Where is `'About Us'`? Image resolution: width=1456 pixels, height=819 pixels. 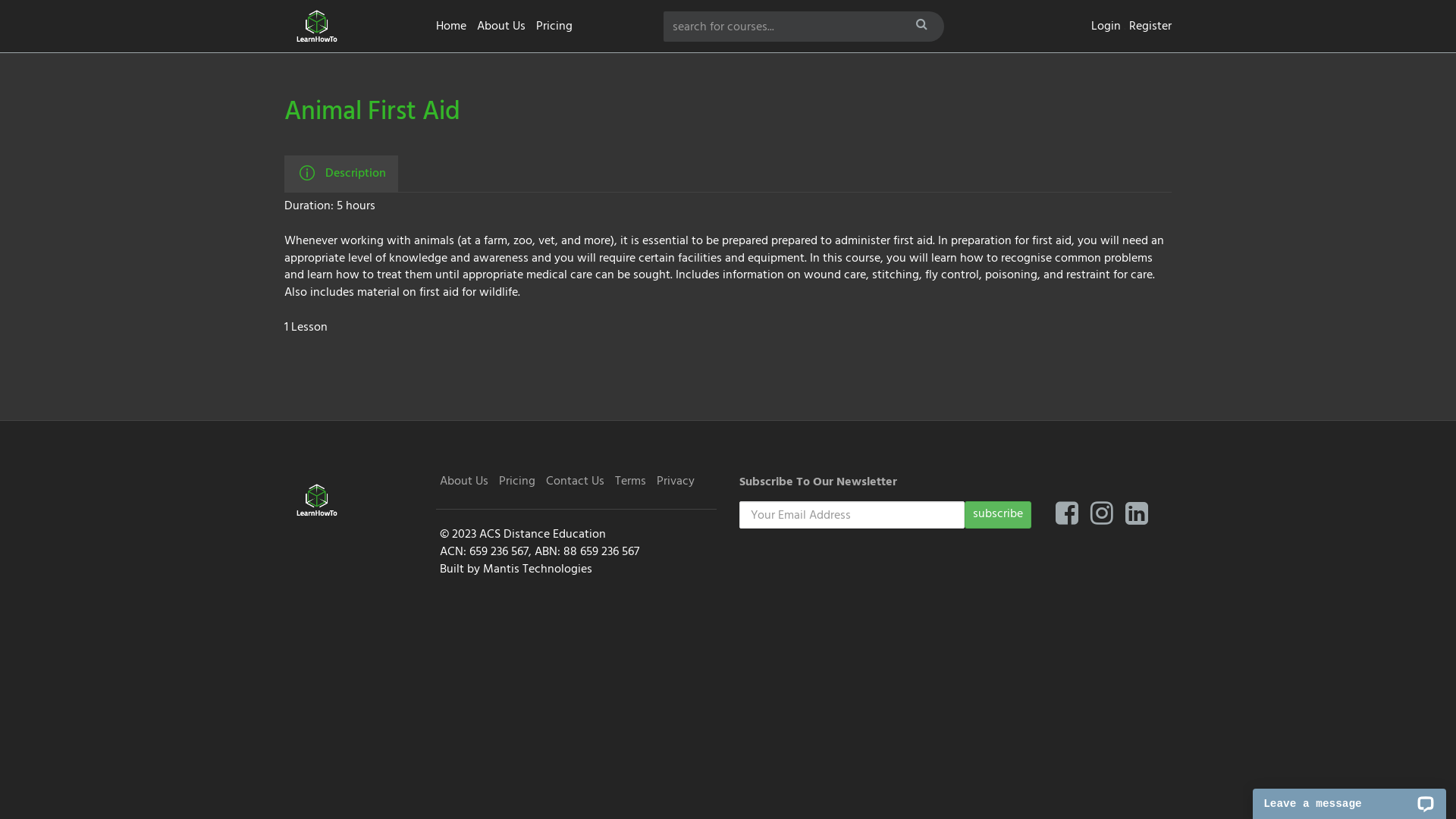
'About Us' is located at coordinates (475, 27).